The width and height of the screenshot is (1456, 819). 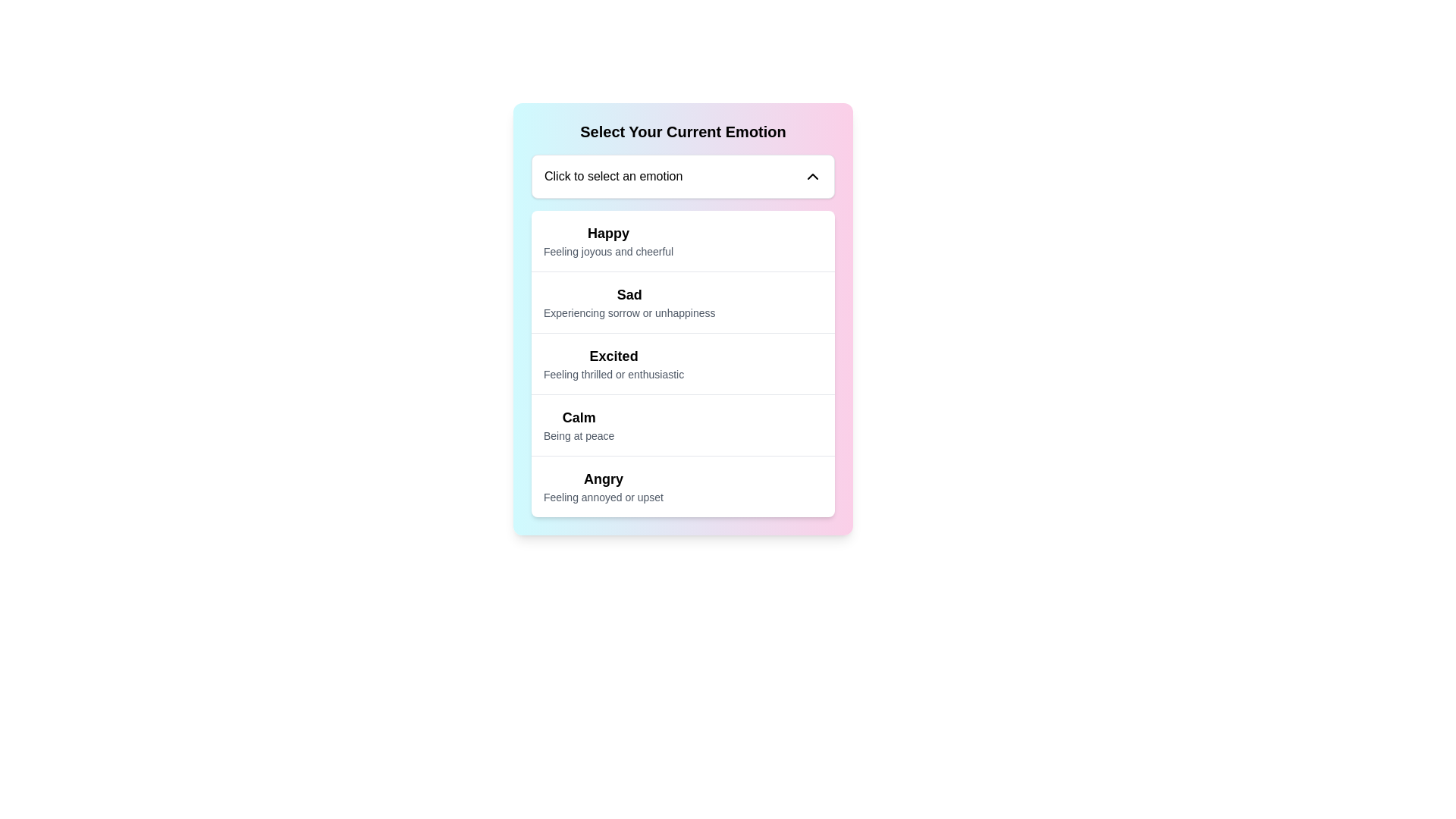 I want to click on the fourth list item labeled 'Calm: Being at peace' in the drop-down menu under 'Select Your Current Emotion', so click(x=578, y=425).